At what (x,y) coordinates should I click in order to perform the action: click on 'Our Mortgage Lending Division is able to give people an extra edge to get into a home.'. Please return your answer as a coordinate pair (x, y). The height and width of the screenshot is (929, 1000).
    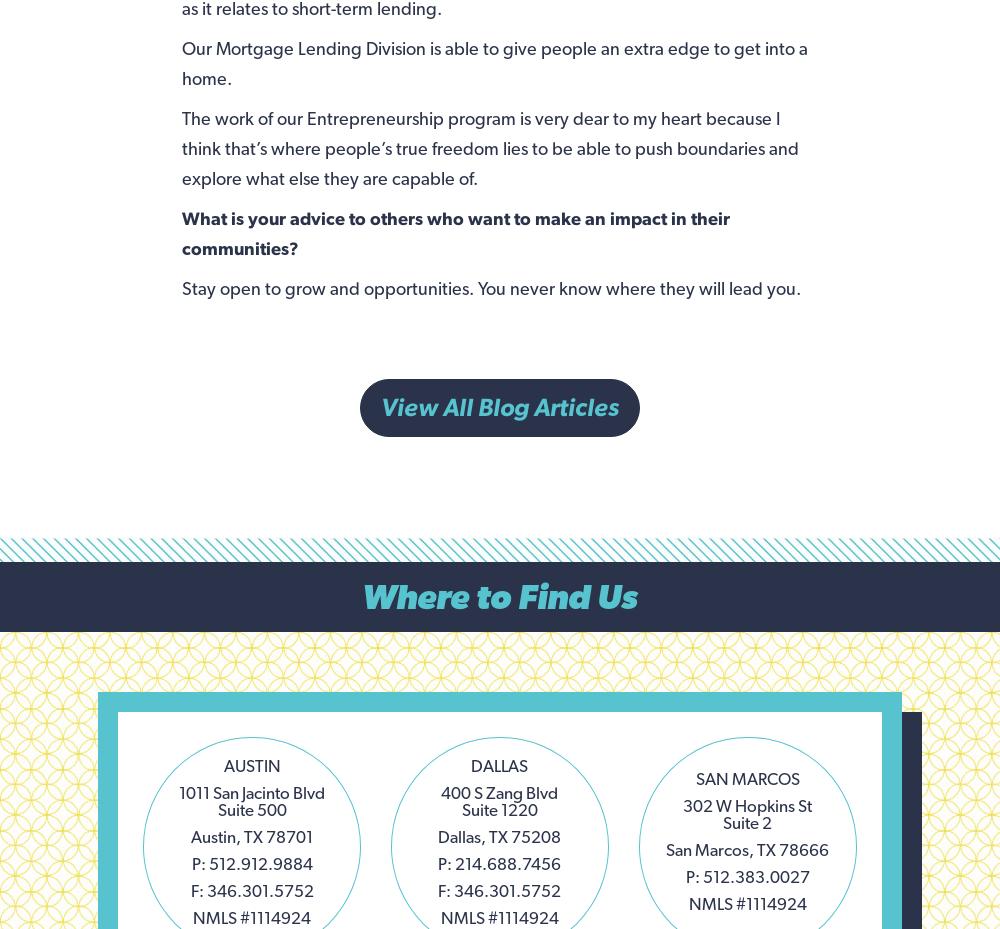
    Looking at the image, I should click on (181, 61).